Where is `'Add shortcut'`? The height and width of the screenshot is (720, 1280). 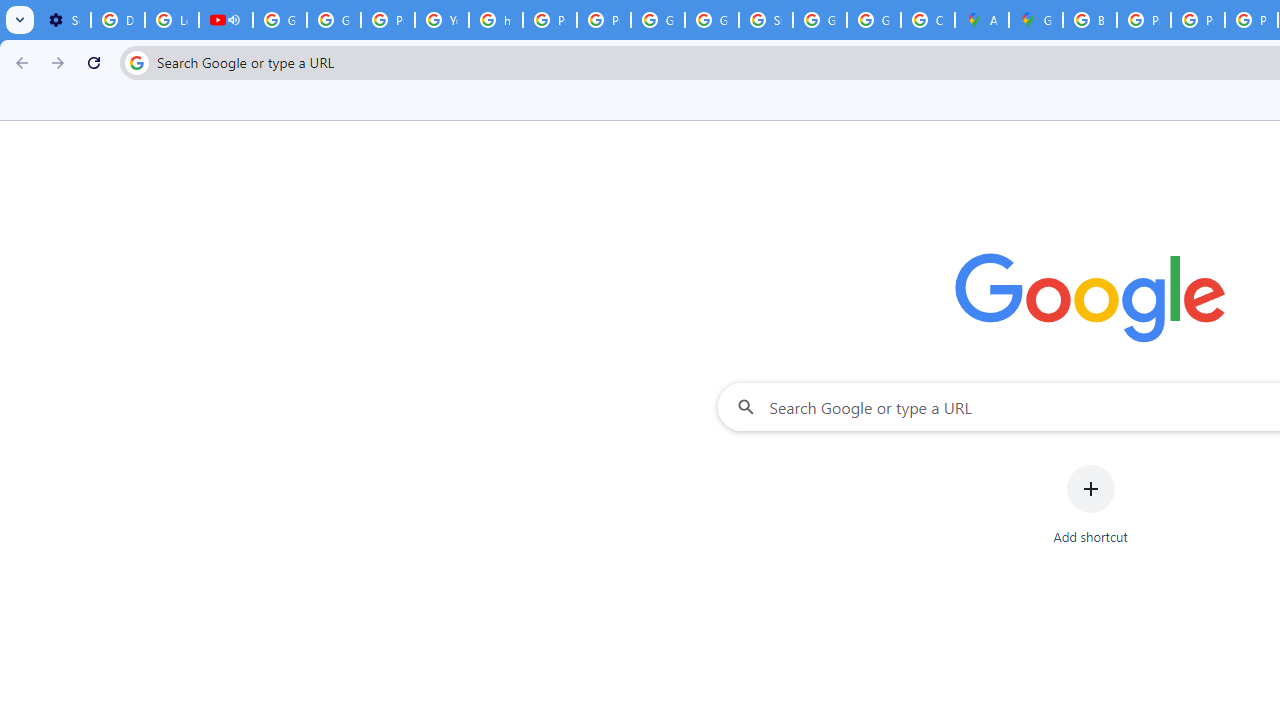 'Add shortcut' is located at coordinates (1089, 504).